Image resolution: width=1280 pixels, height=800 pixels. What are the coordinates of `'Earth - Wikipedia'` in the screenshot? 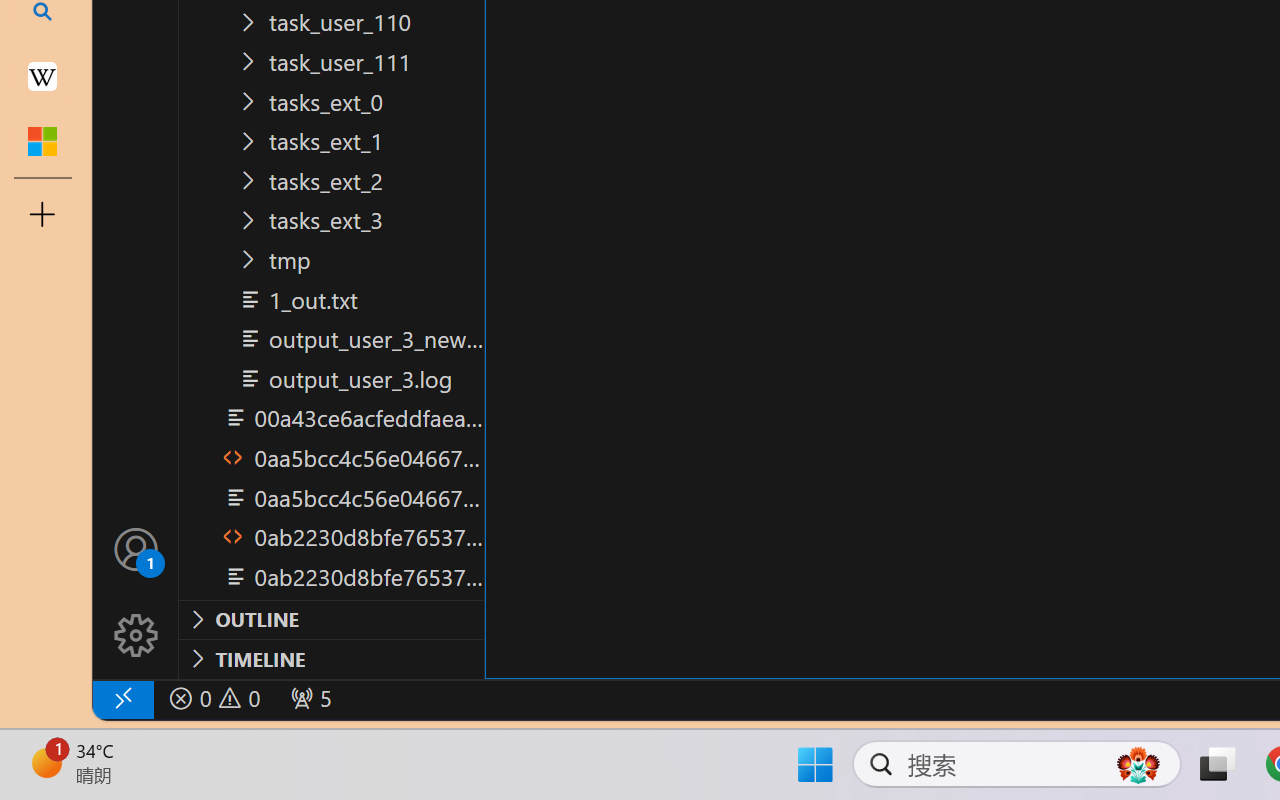 It's located at (42, 76).